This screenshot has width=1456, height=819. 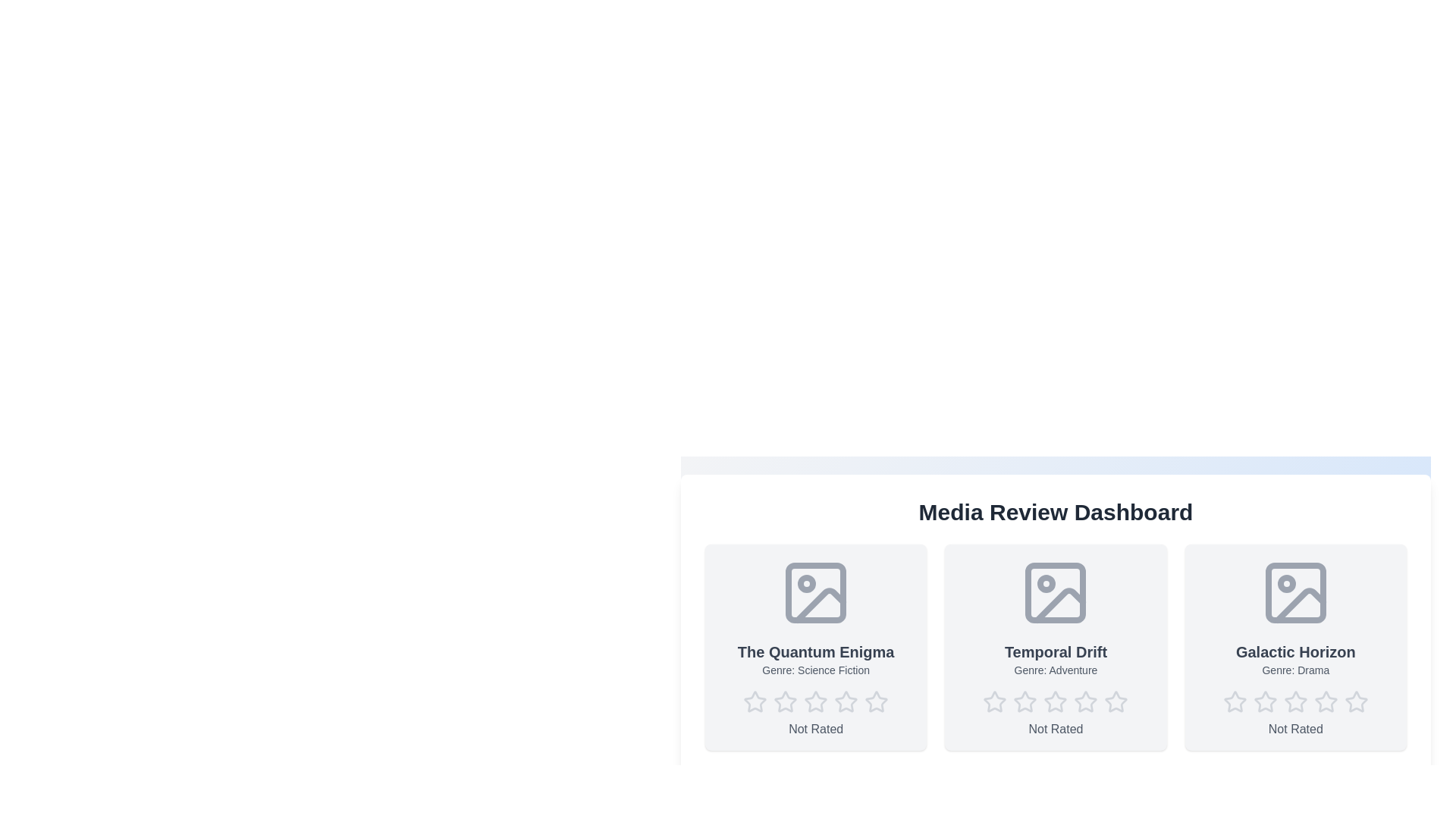 I want to click on the star corresponding to the desired rating 4 for the media item Temporal Drift, so click(x=1085, y=701).